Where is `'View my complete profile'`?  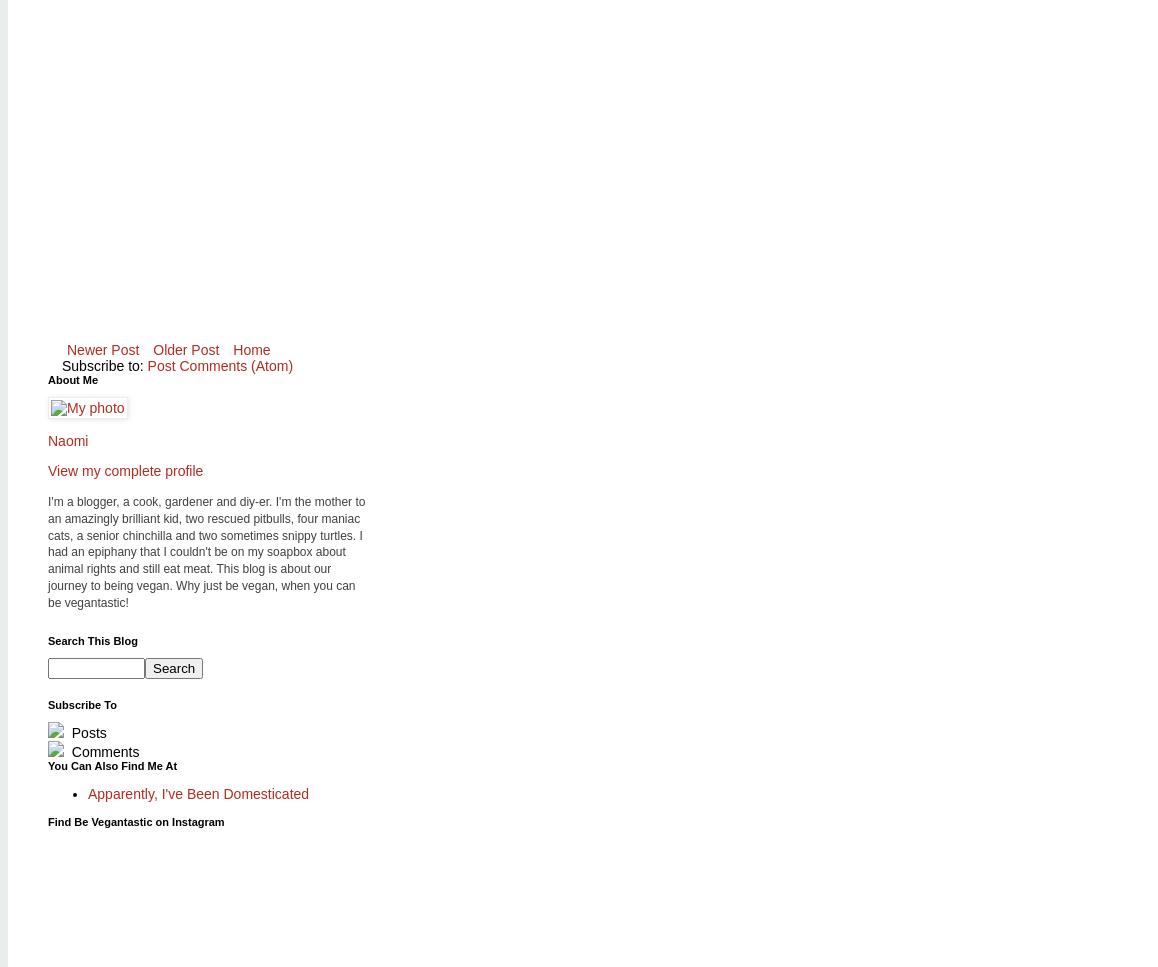 'View my complete profile' is located at coordinates (124, 471).